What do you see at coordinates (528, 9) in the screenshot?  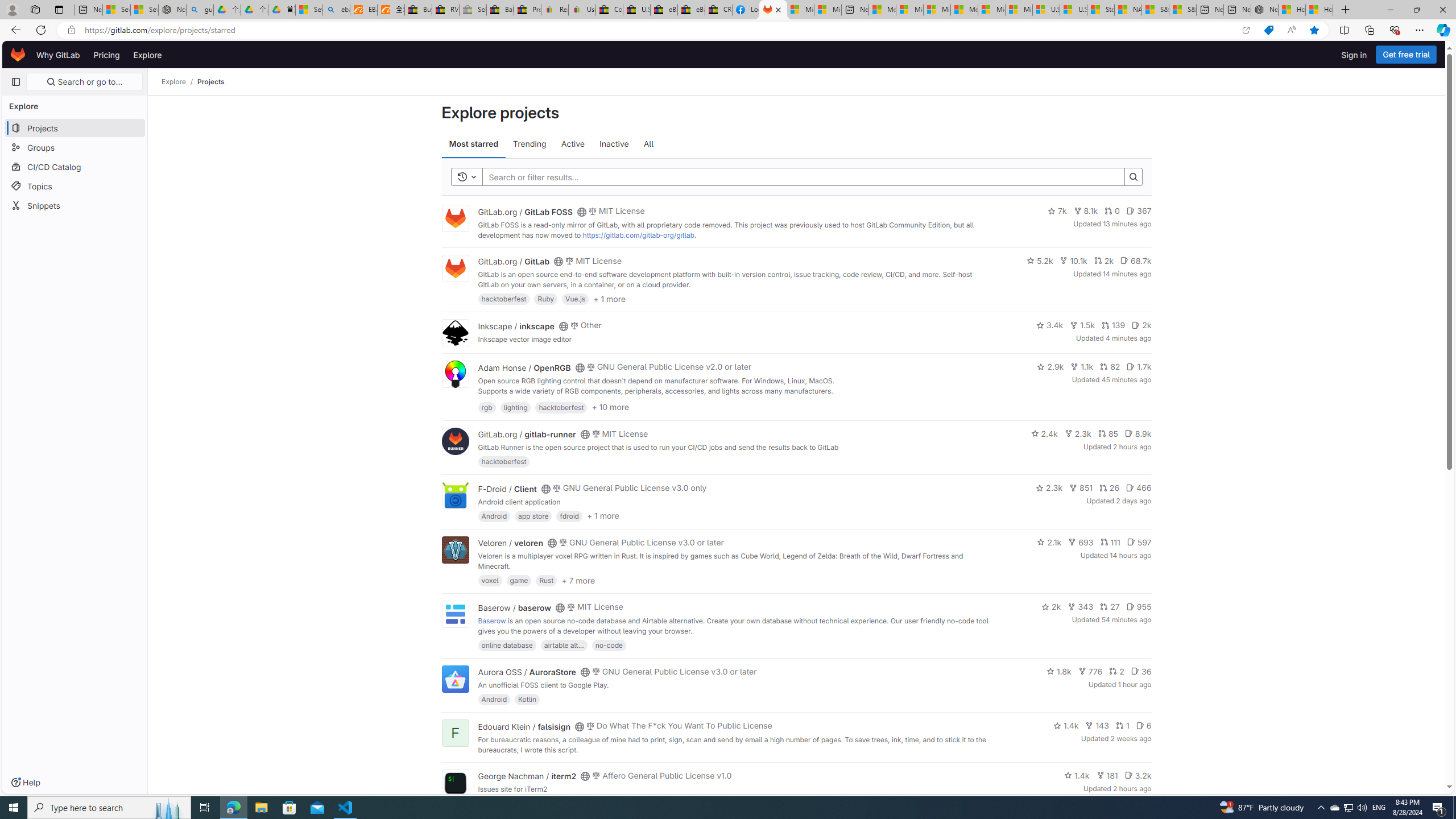 I see `'Press Room - eBay Inc.'` at bounding box center [528, 9].